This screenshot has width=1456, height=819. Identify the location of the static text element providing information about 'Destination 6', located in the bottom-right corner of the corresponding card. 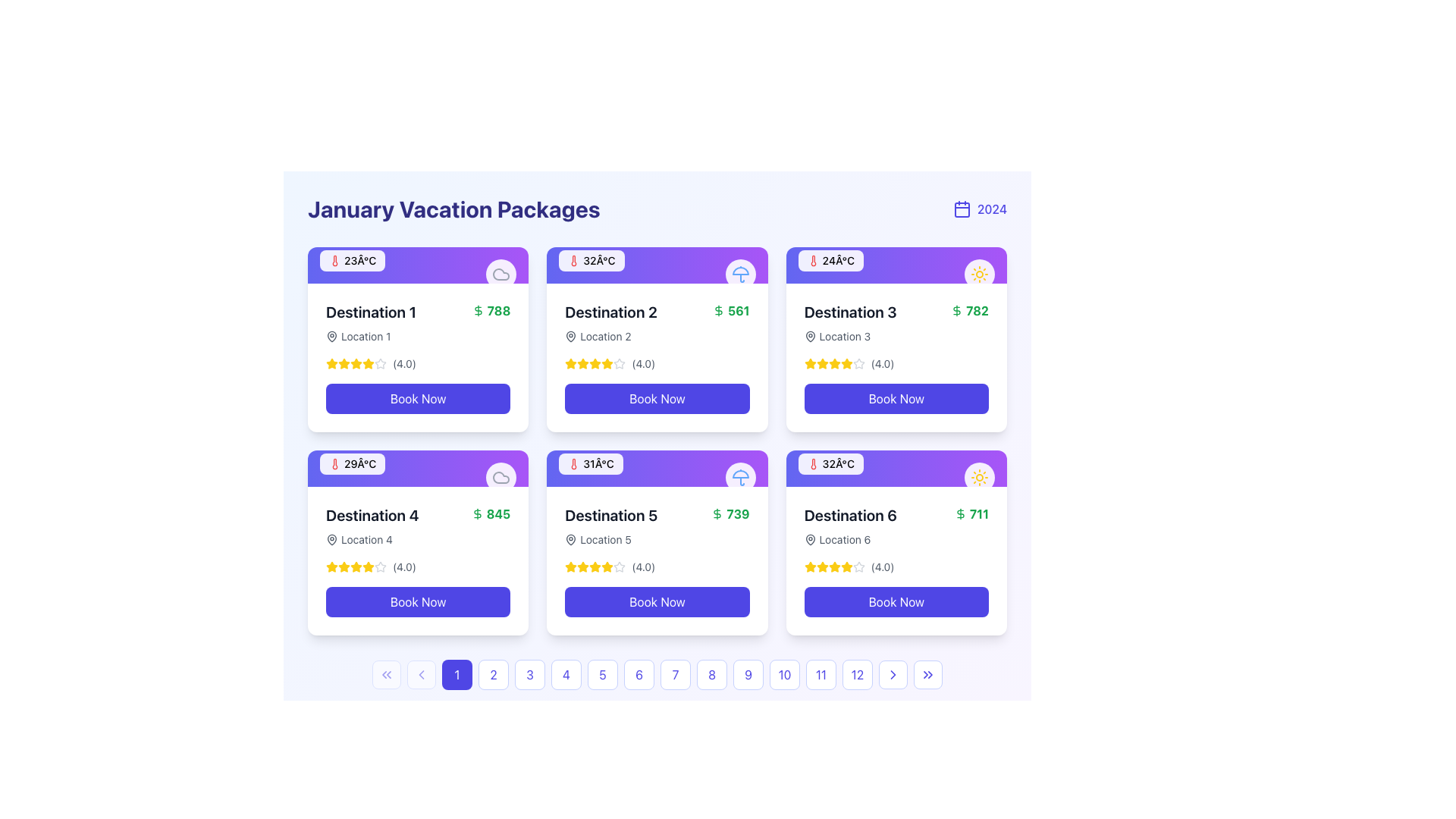
(850, 539).